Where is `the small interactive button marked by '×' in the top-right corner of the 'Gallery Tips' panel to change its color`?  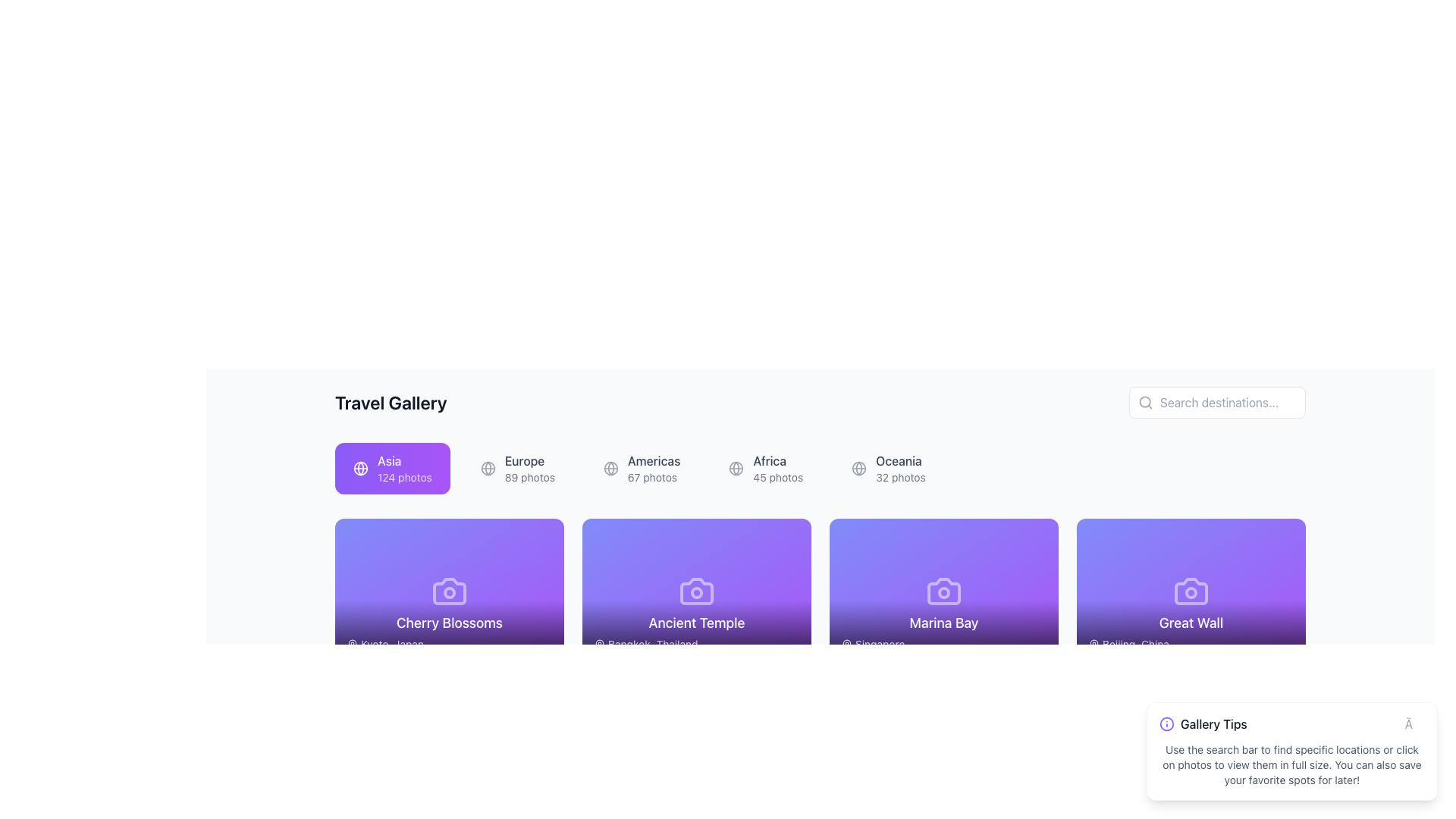
the small interactive button marked by '×' in the top-right corner of the 'Gallery Tips' panel to change its color is located at coordinates (1414, 723).